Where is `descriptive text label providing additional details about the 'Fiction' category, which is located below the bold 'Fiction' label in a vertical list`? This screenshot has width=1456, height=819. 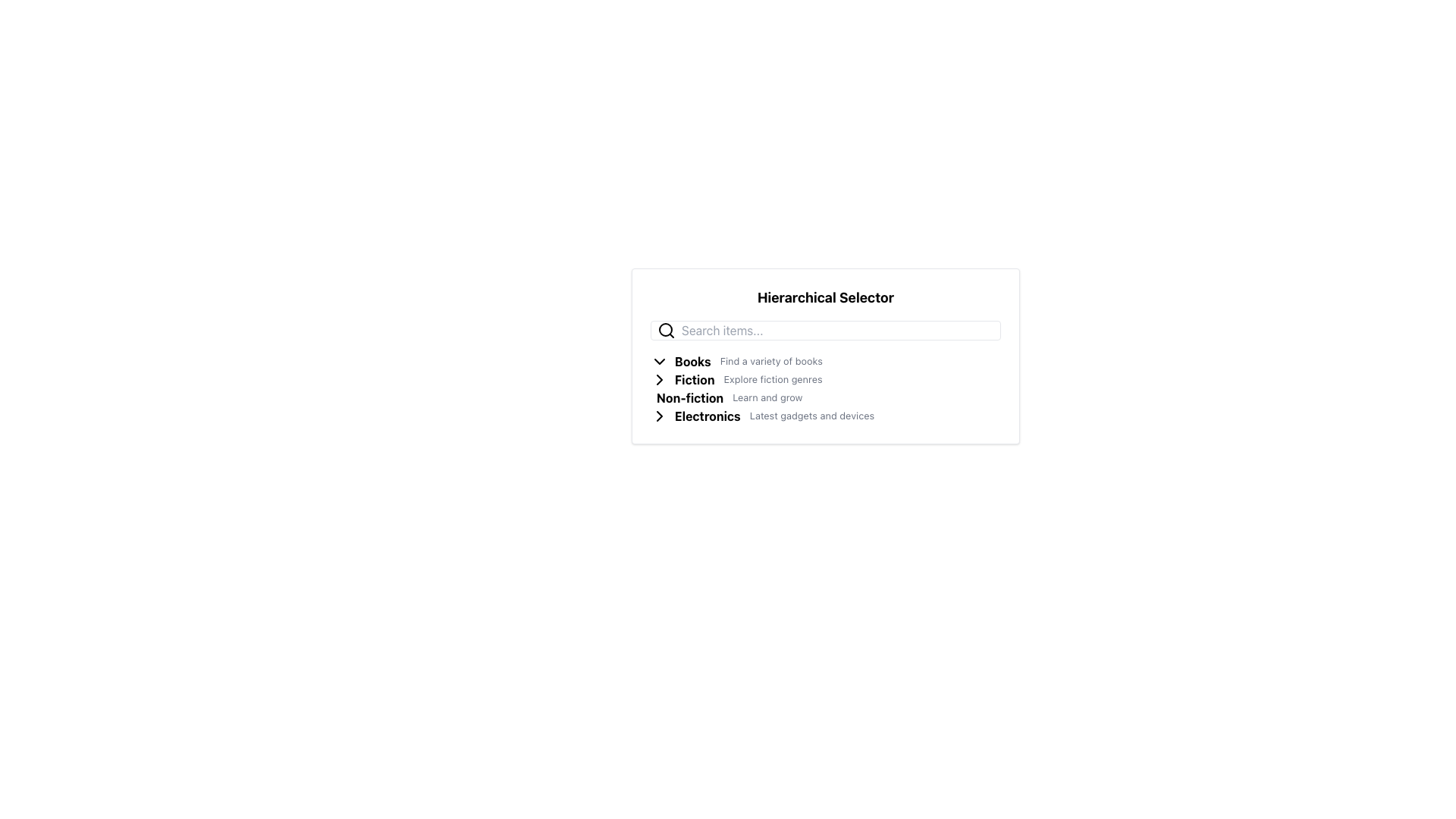
descriptive text label providing additional details about the 'Fiction' category, which is located below the bold 'Fiction' label in a vertical list is located at coordinates (773, 379).